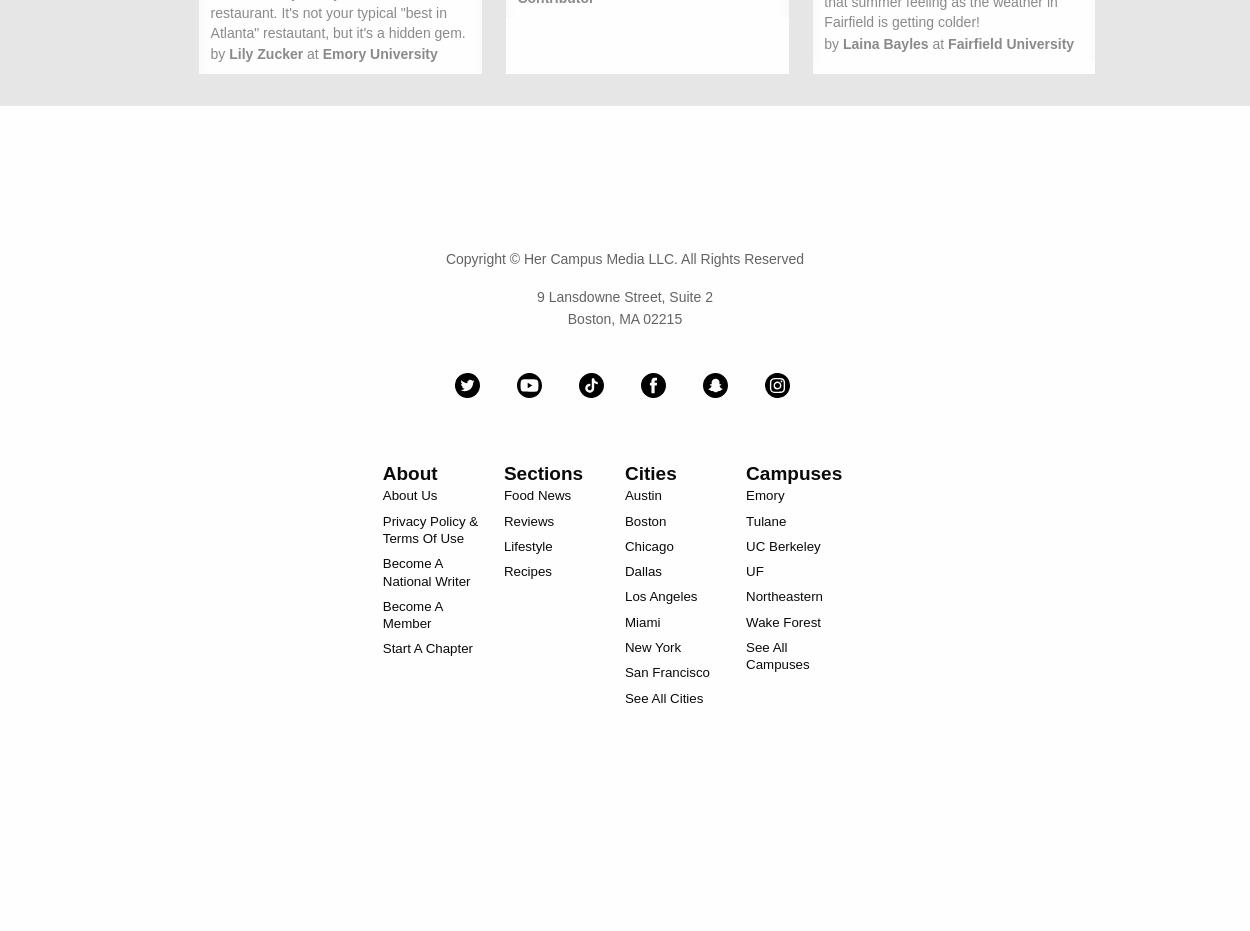 Image resolution: width=1250 pixels, height=931 pixels. What do you see at coordinates (623, 295) in the screenshot?
I see `'9 Lansdowne Street, Suite 2'` at bounding box center [623, 295].